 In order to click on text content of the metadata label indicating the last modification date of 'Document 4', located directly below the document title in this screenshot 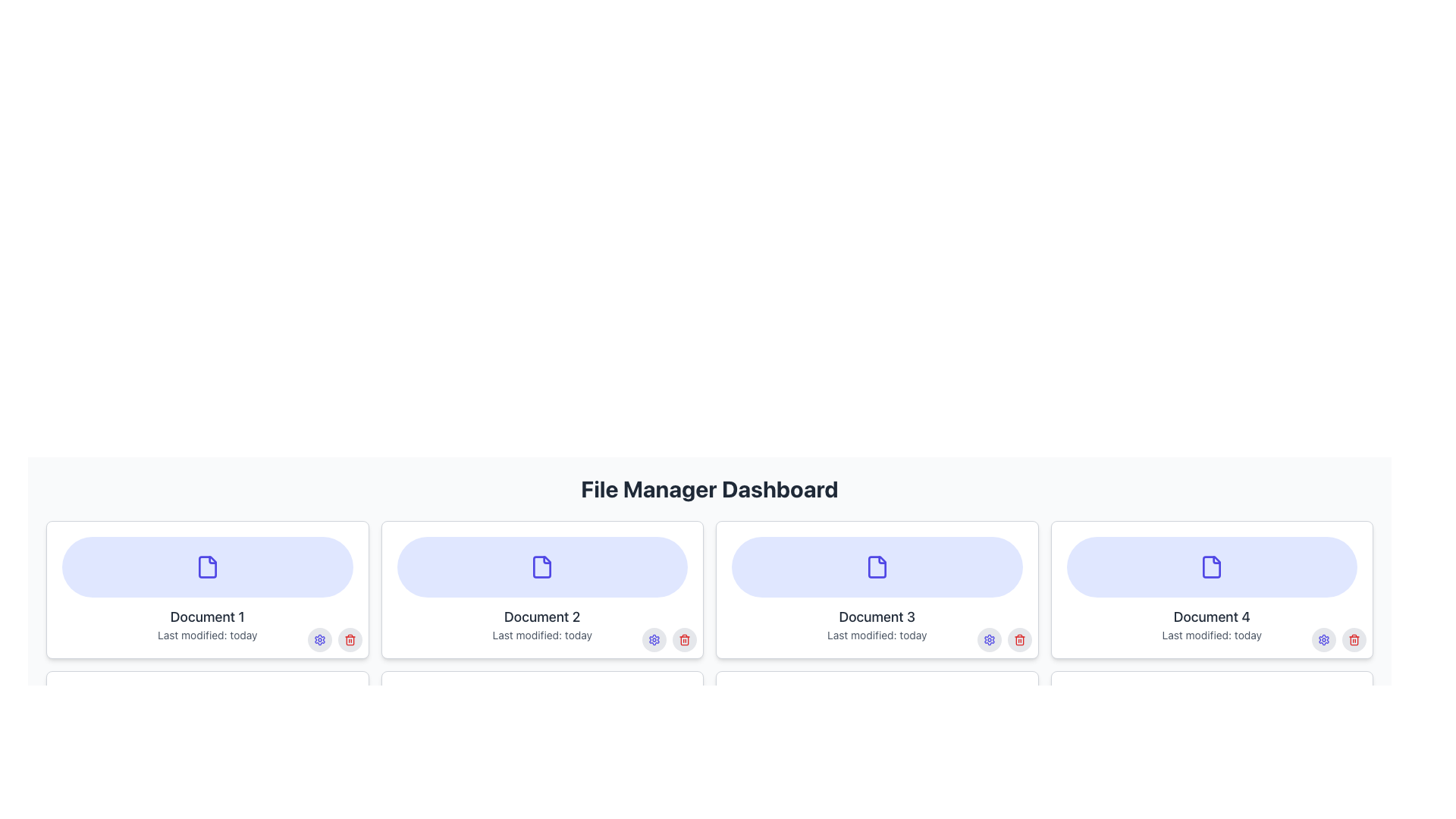, I will do `click(1211, 635)`.